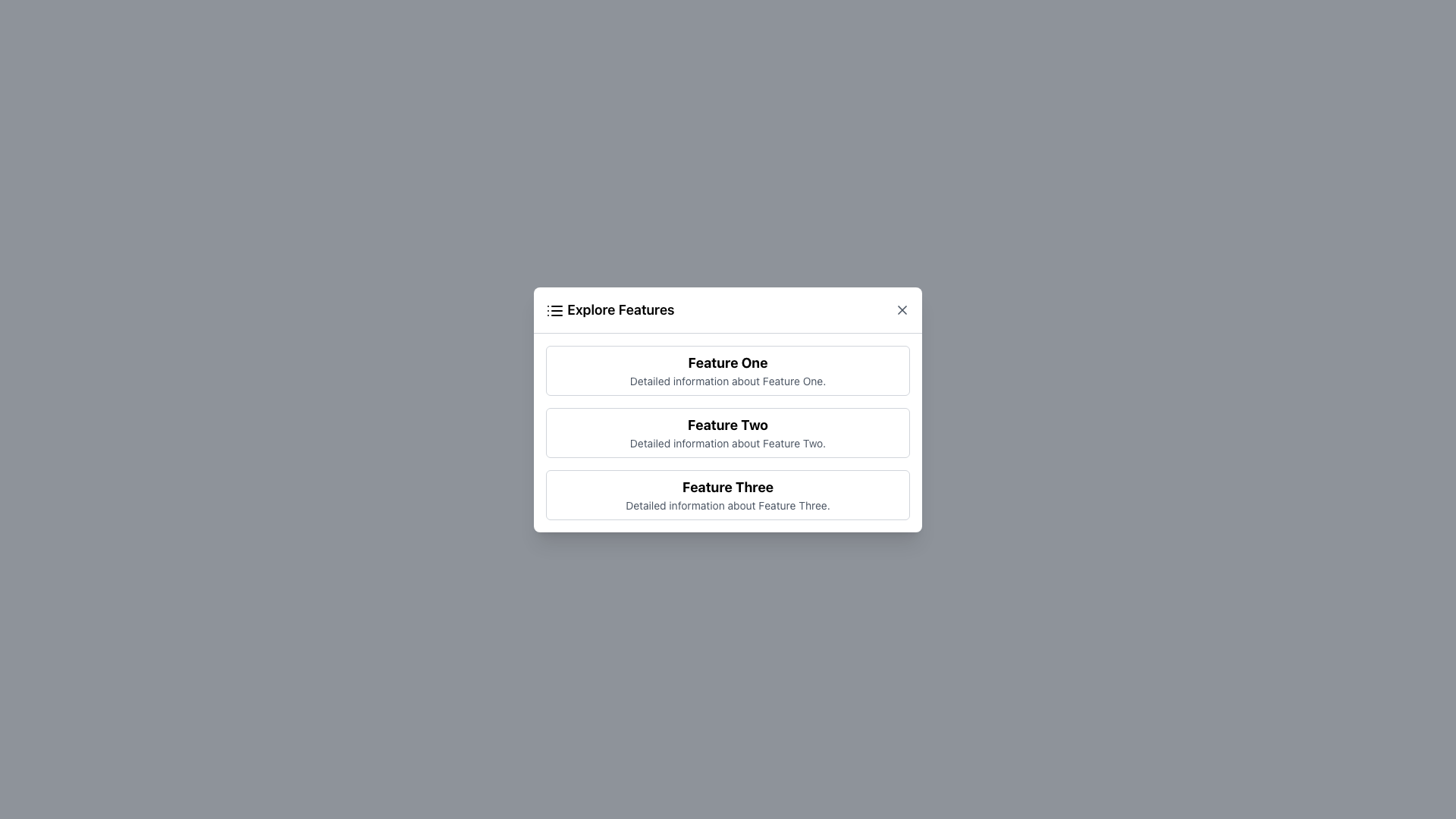 Image resolution: width=1456 pixels, height=819 pixels. Describe the element at coordinates (554, 309) in the screenshot. I see `the list/menu icon located at the top left corner of the 'Explore Features' modal dialog, which is situated to the left of the 'Explore Features' text` at that location.